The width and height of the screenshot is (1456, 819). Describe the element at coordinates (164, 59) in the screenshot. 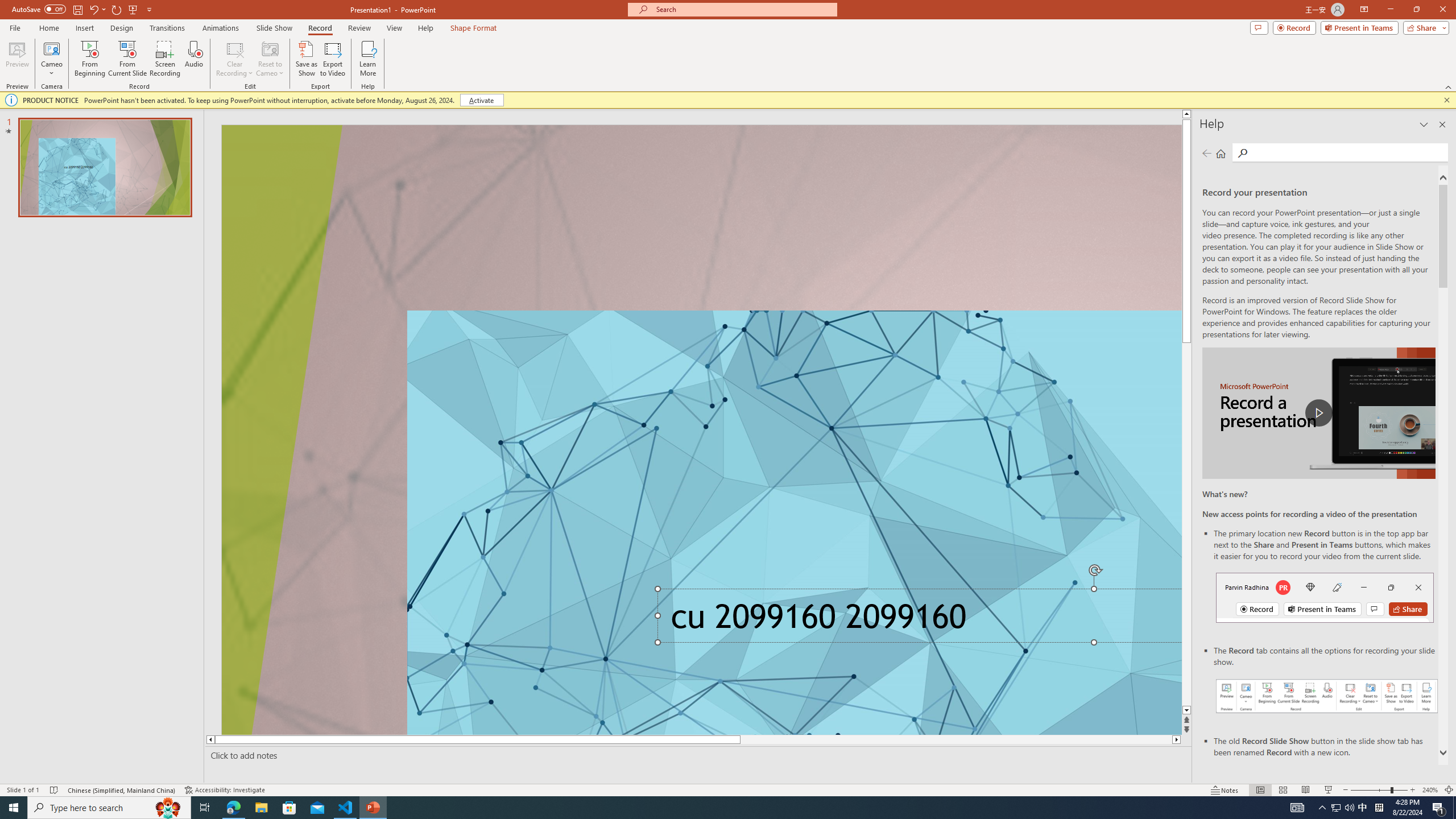

I see `'Screen Recording'` at that location.